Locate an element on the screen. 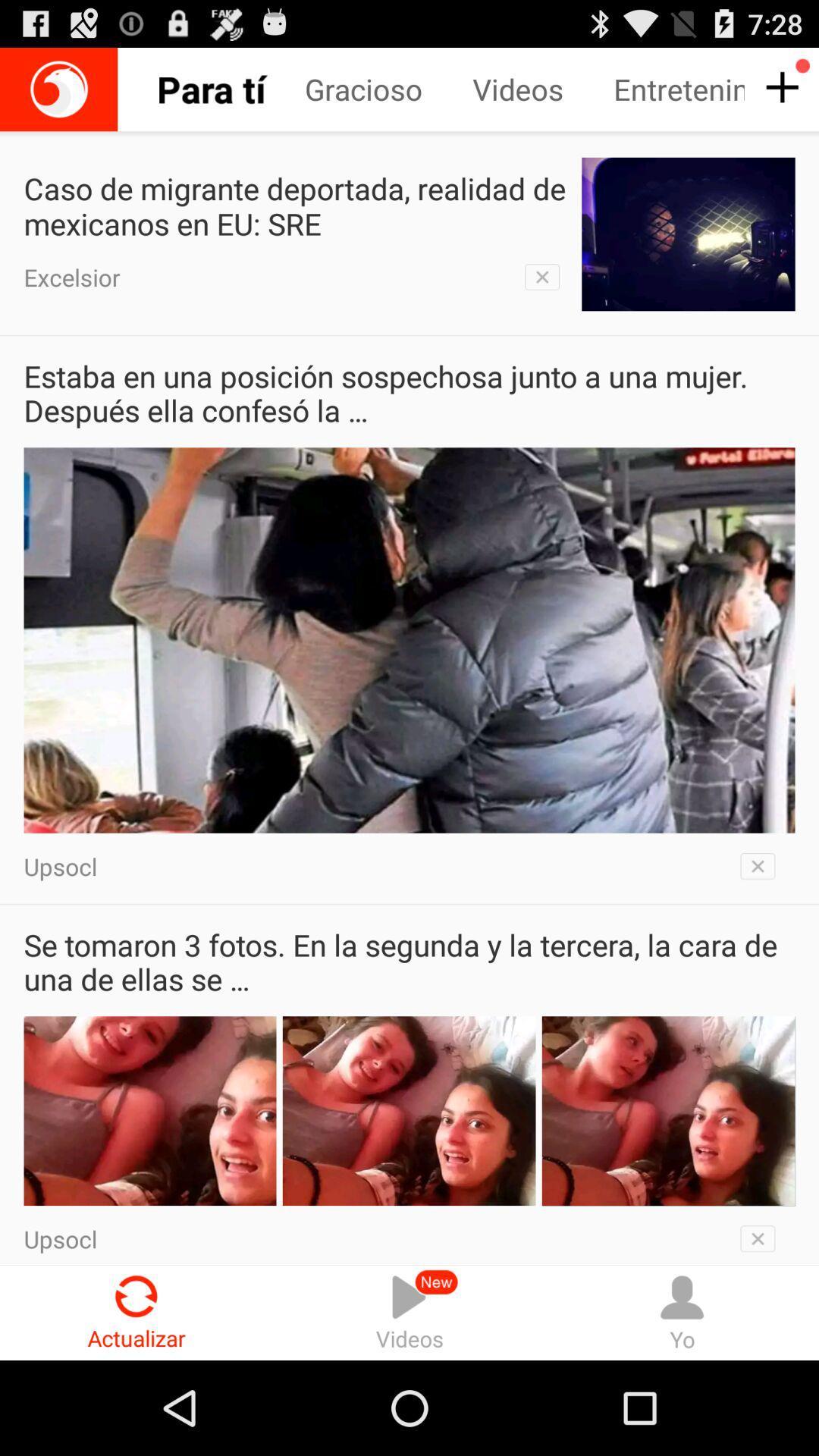  remove from view is located at coordinates (762, 1235).